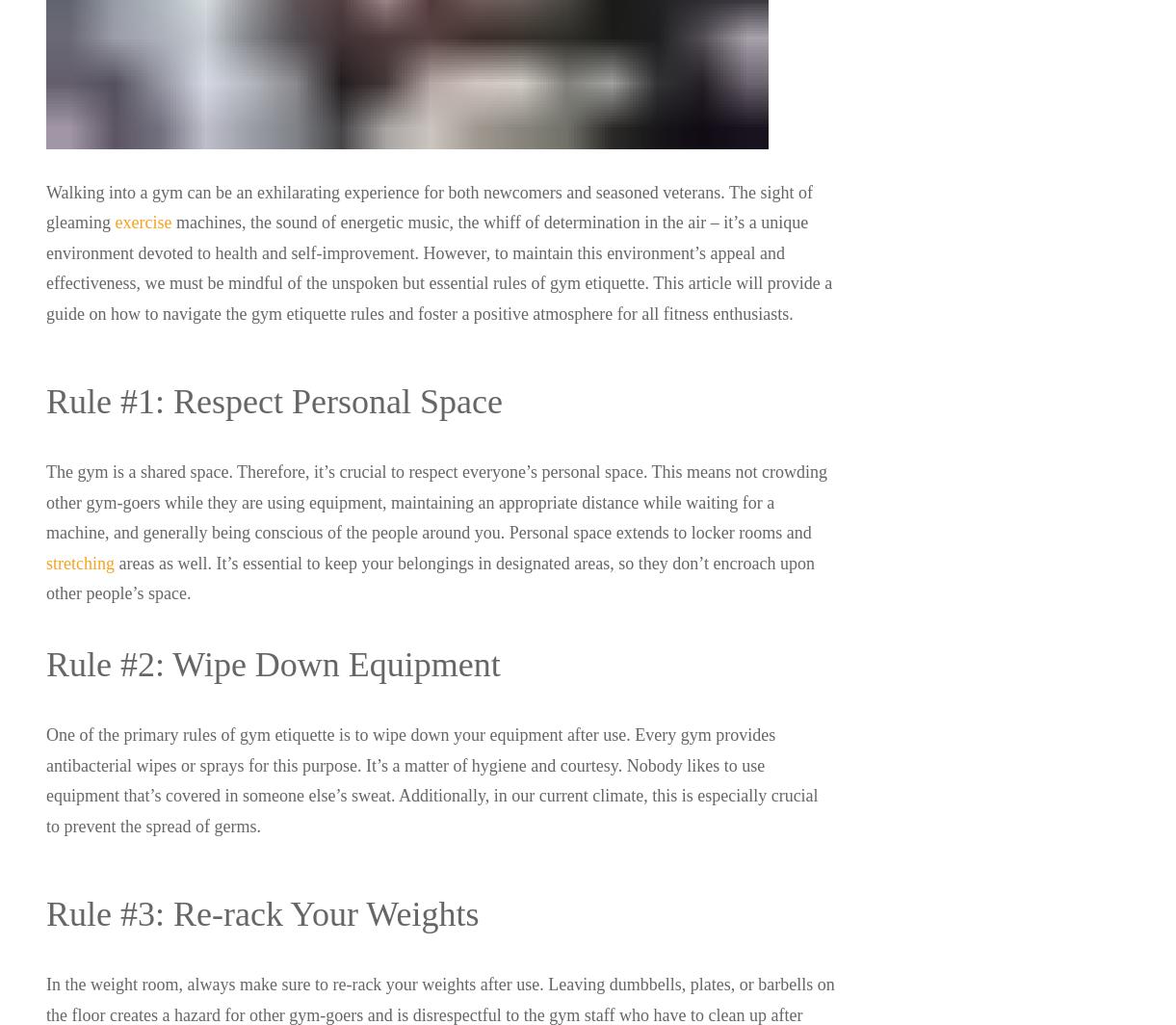  What do you see at coordinates (1032, 854) in the screenshot?
I see `'YouTube'` at bounding box center [1032, 854].